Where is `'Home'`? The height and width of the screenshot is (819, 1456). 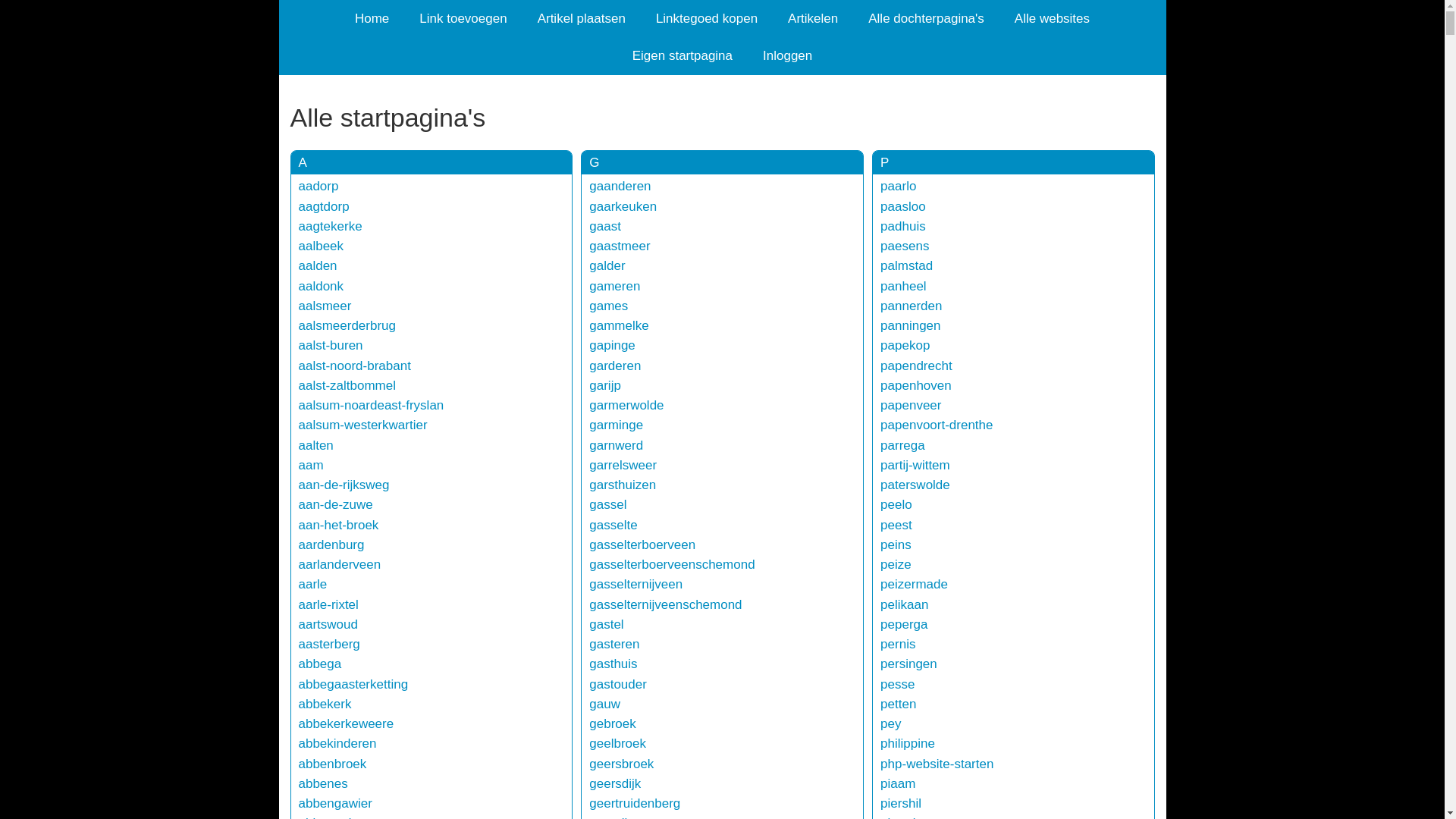
'Home' is located at coordinates (372, 18).